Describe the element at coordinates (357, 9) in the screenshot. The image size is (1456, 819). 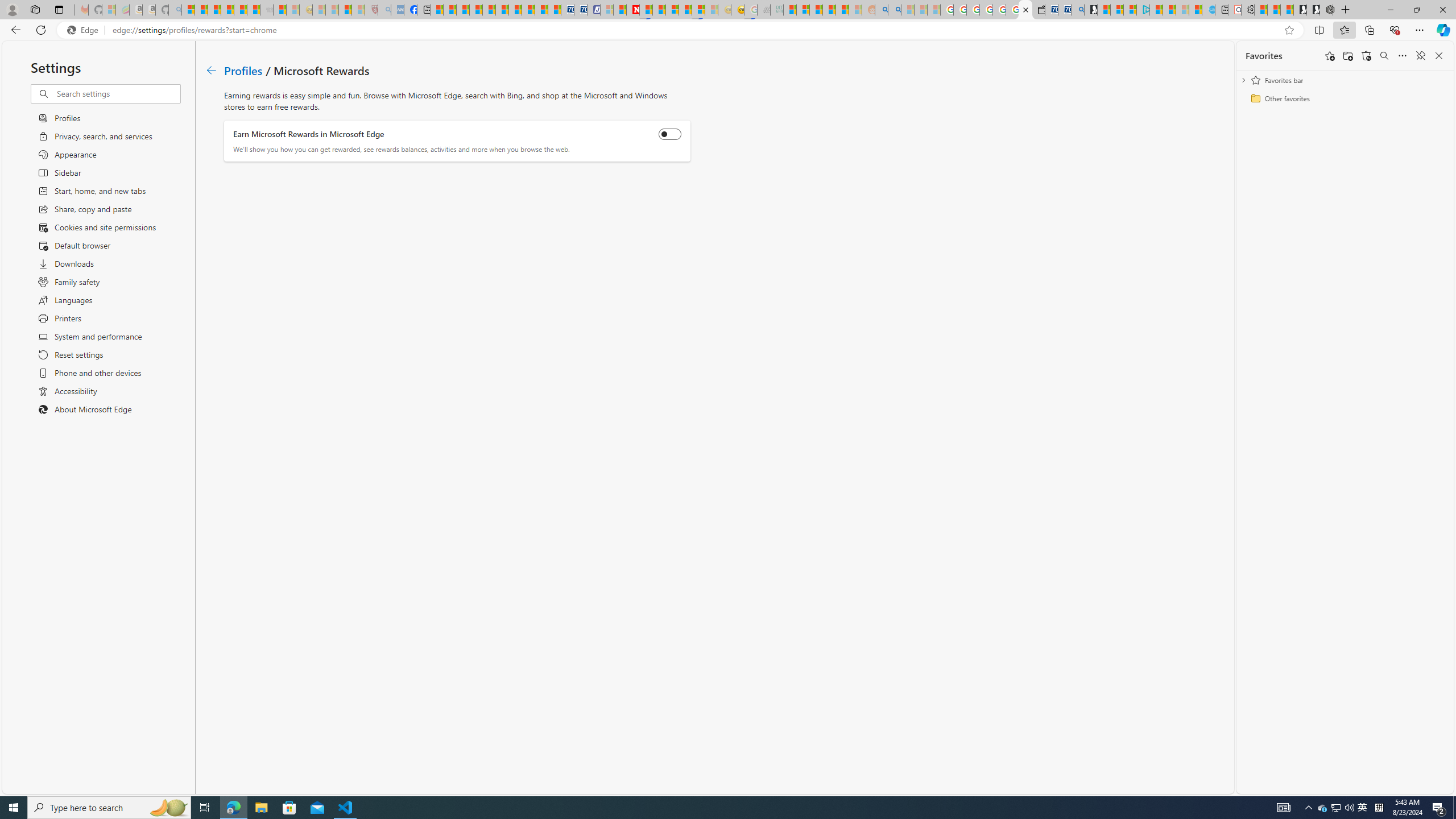
I see `'12 Popular Science Lies that Must be Corrected - Sleeping'` at that location.